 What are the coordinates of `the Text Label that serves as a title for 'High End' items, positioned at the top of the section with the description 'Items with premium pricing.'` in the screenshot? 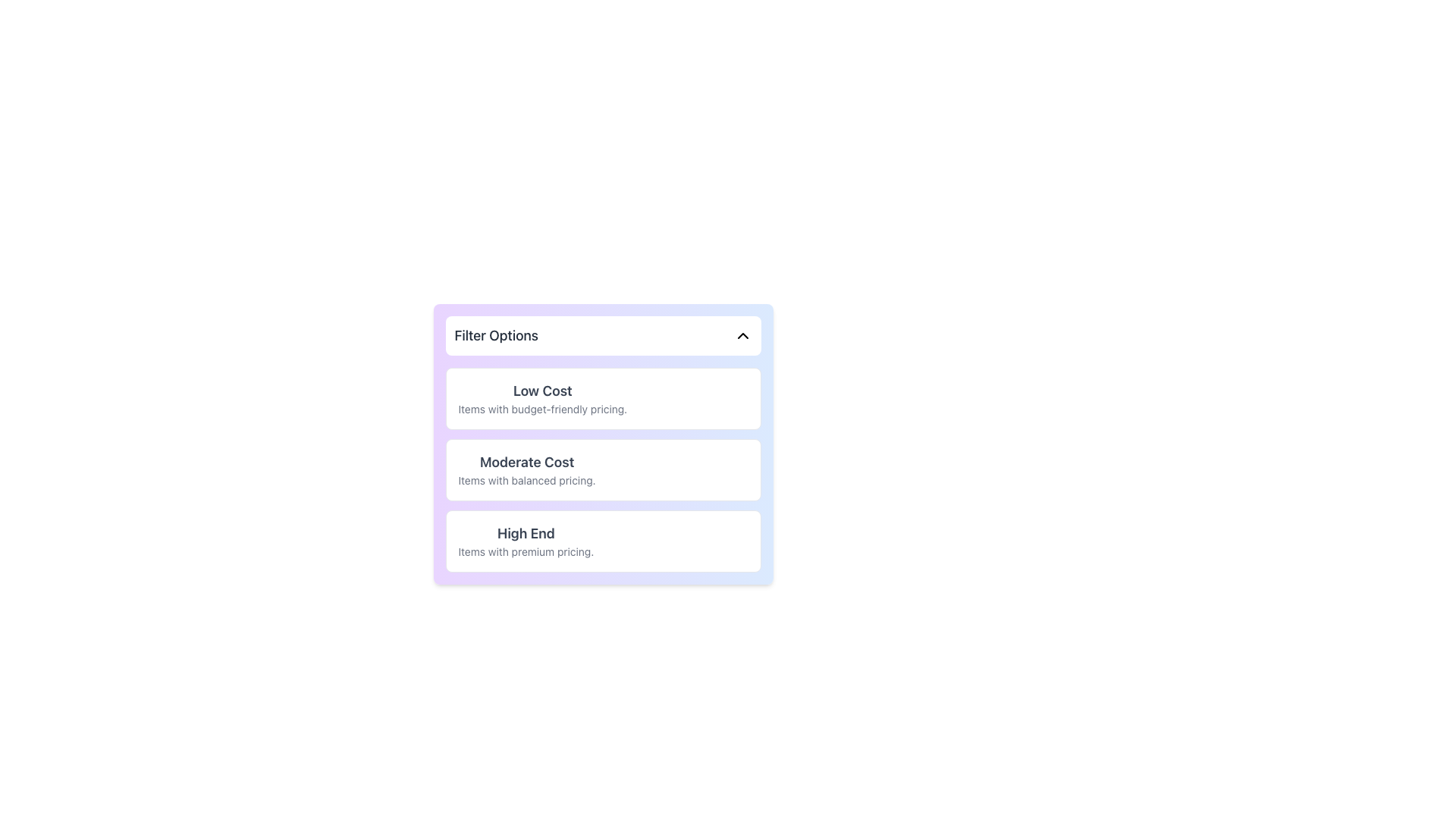 It's located at (526, 533).